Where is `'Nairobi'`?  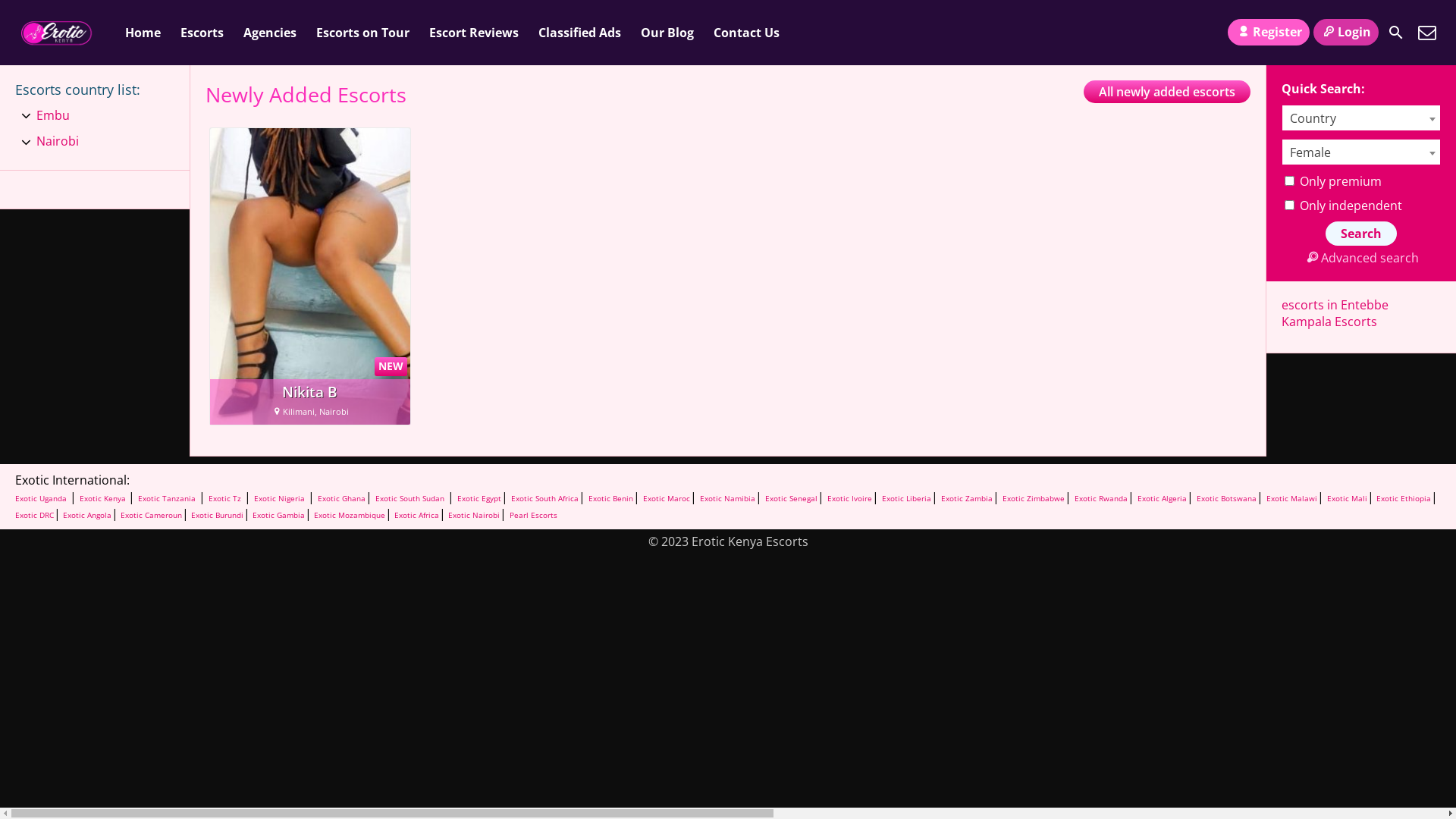
'Nairobi' is located at coordinates (58, 141).